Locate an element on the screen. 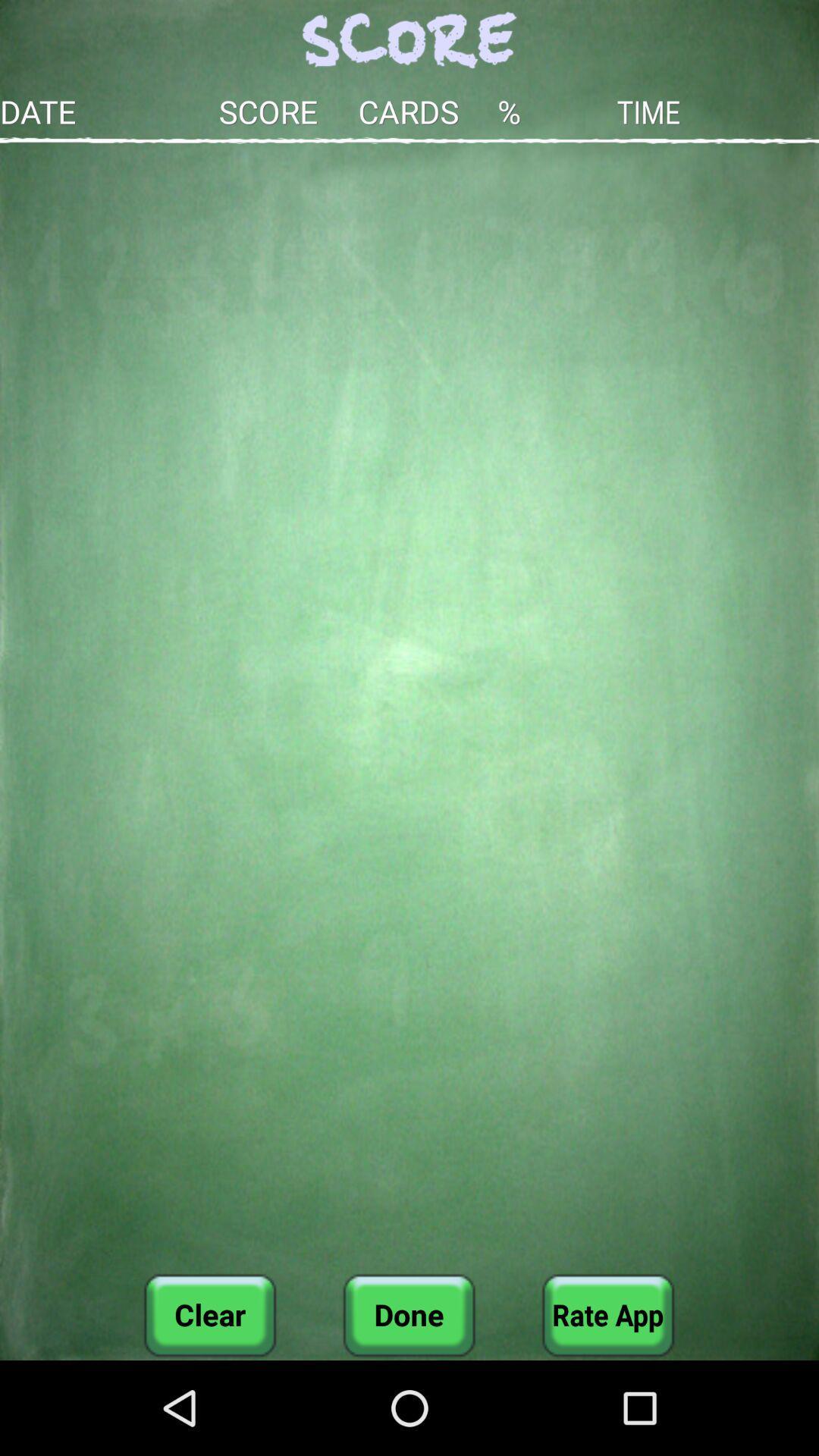 The width and height of the screenshot is (819, 1456). item next to clear is located at coordinates (408, 1314).